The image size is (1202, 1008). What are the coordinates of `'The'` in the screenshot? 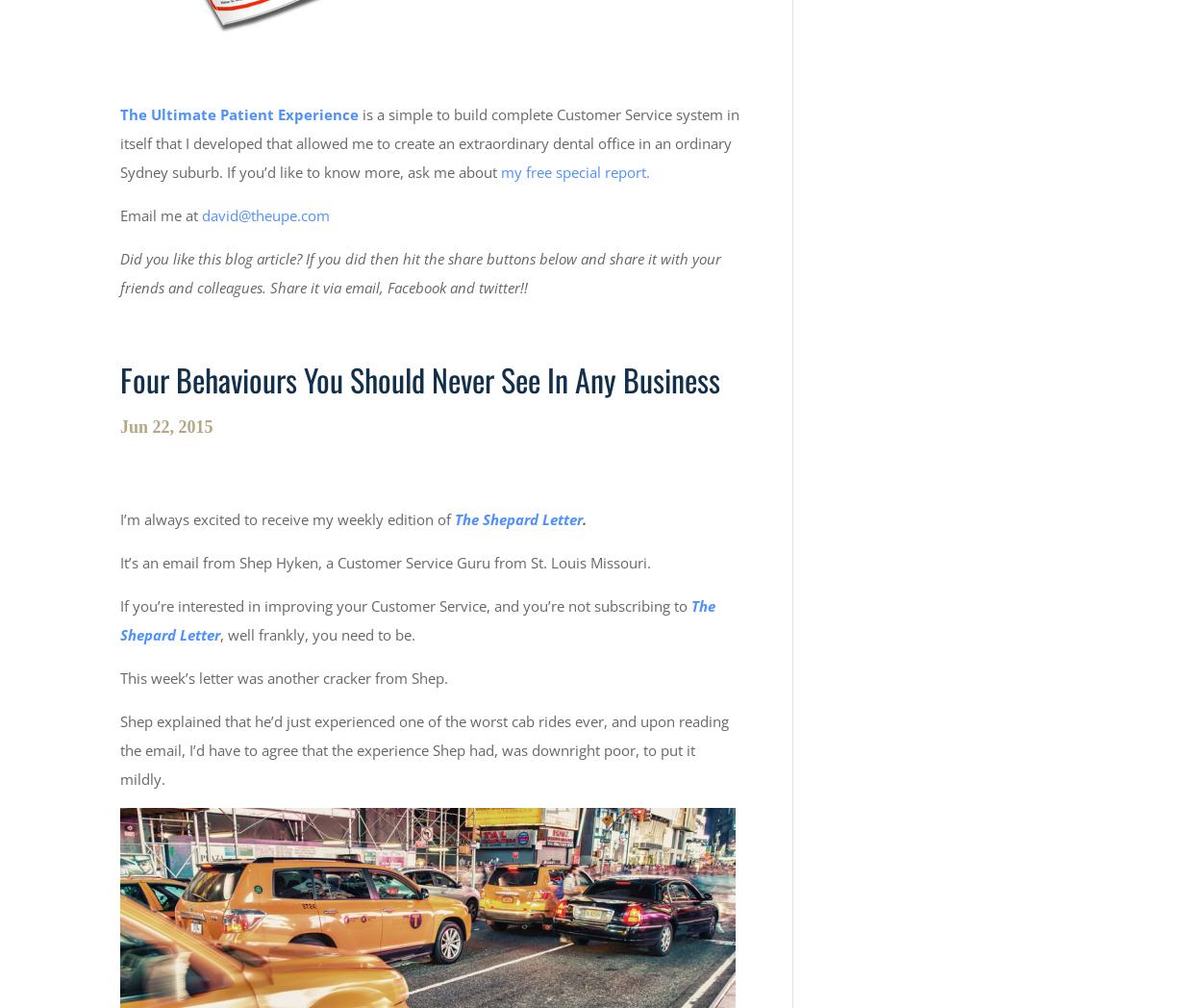 It's located at (134, 113).